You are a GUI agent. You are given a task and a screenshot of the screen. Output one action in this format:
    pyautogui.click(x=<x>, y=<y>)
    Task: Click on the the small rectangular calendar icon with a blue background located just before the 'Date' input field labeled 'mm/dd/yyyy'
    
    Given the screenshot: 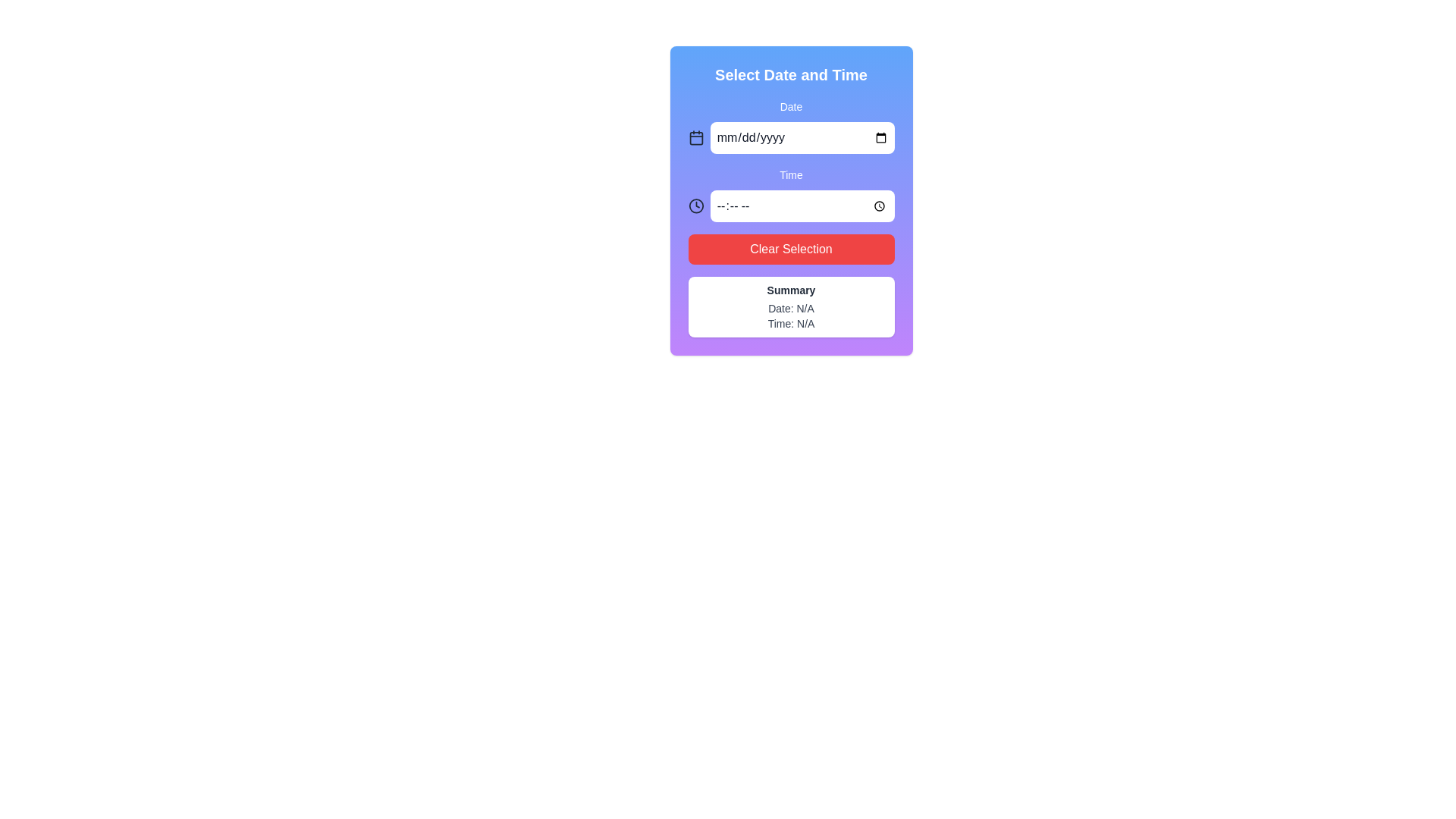 What is the action you would take?
    pyautogui.click(x=695, y=138)
    